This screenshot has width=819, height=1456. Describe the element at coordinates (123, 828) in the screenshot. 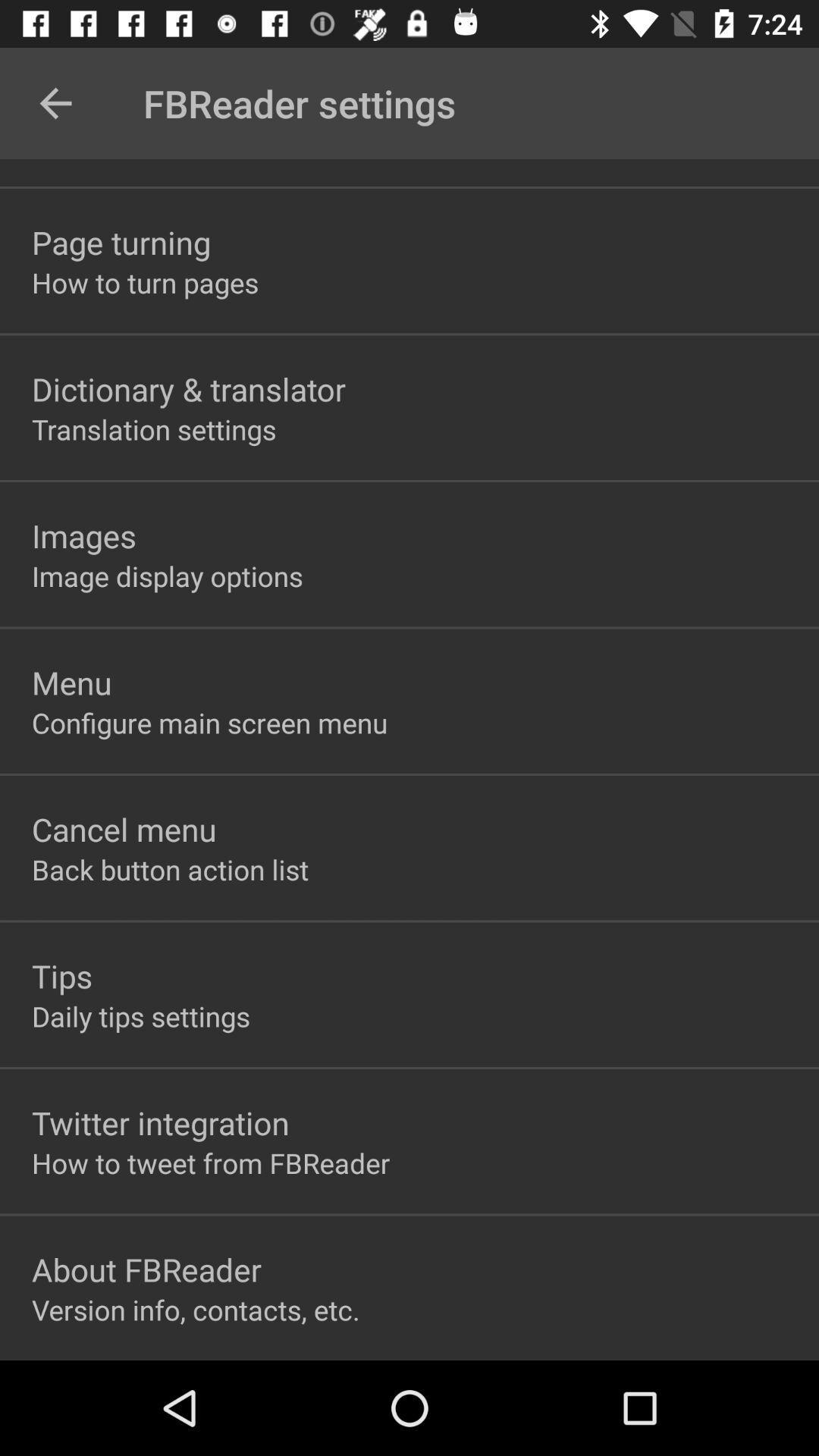

I see `item below the configure main screen icon` at that location.